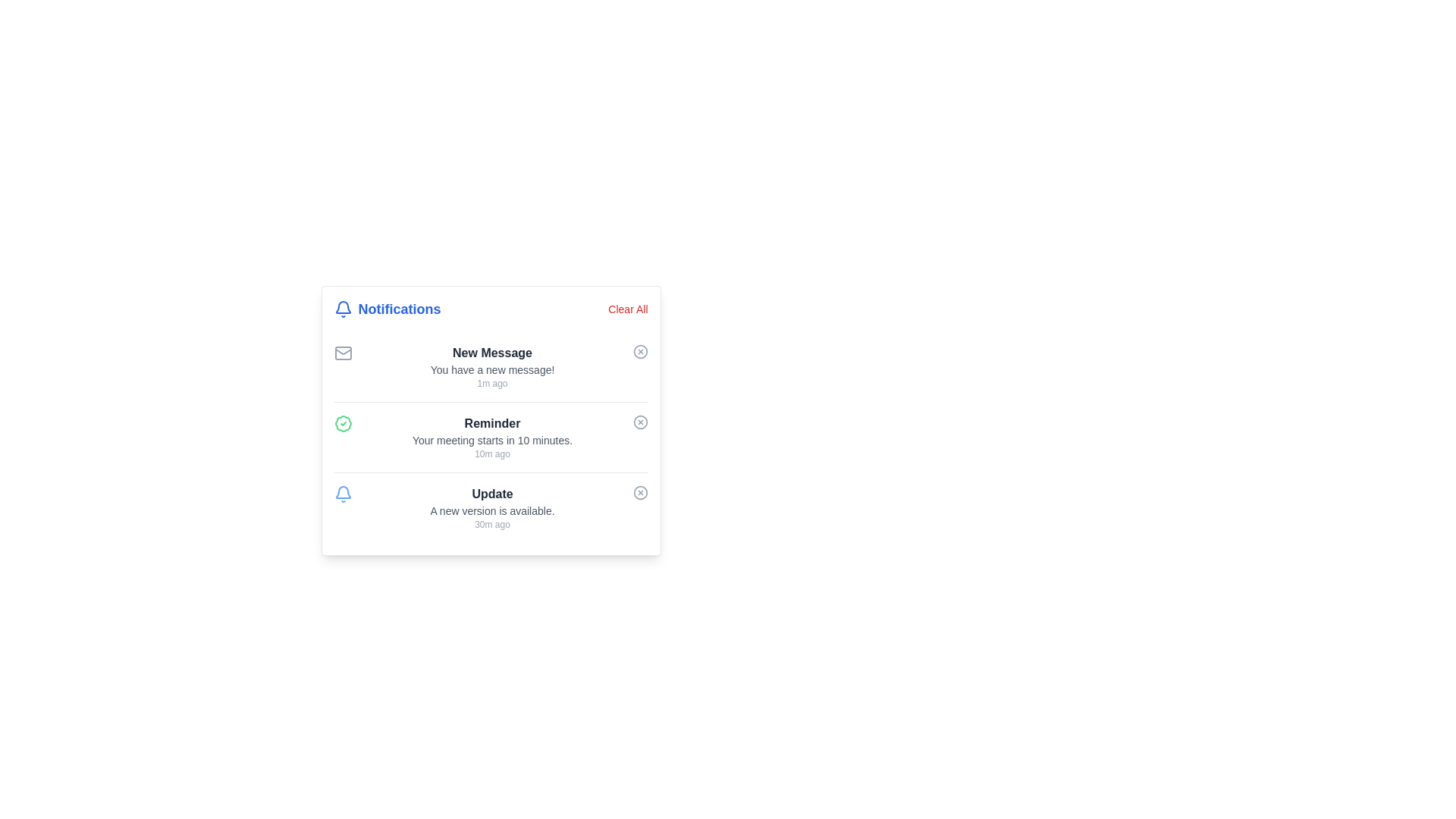 This screenshot has height=819, width=1456. I want to click on the dismiss button located to the far right of the notification labeled 'Reminder', so click(640, 422).